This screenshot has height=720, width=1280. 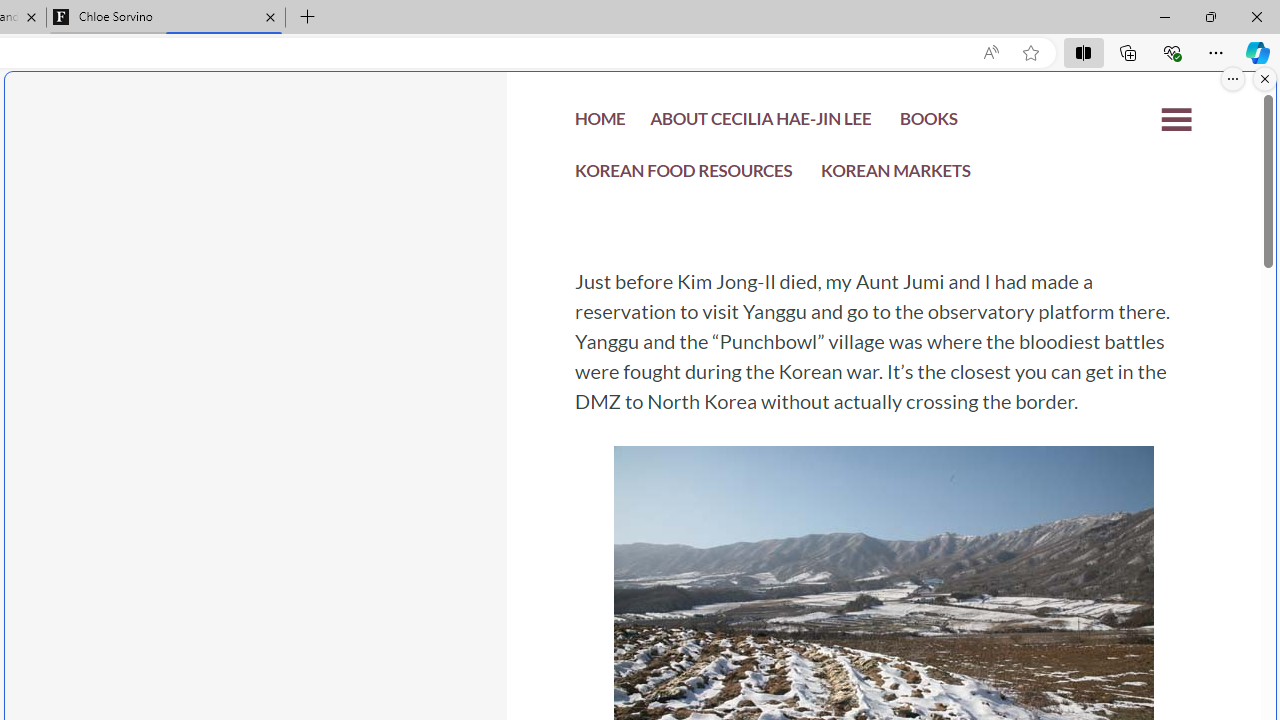 I want to click on 'KOREAN FOOD RESOURCES', so click(x=684, y=175).